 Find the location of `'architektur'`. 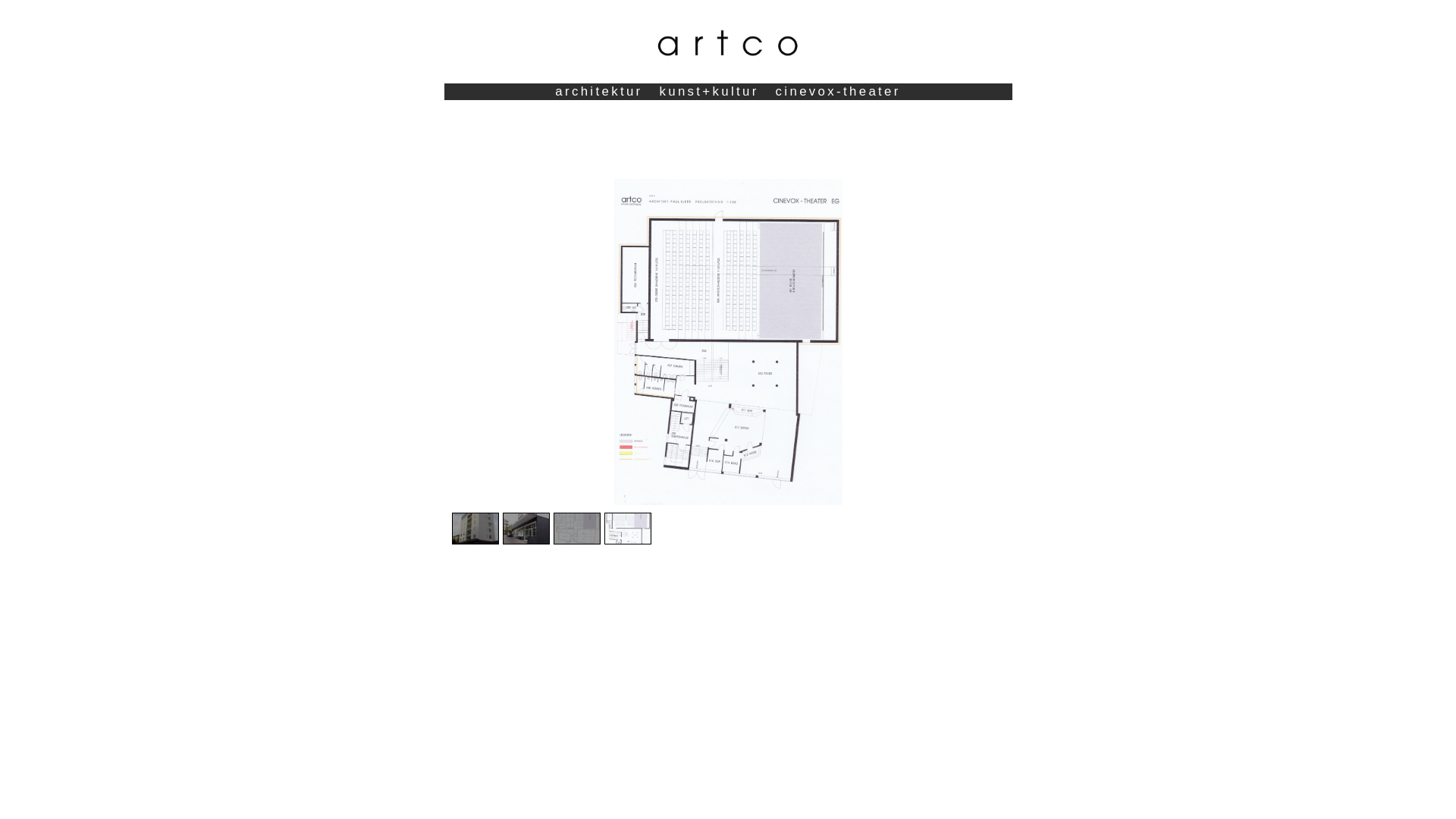

'architektur' is located at coordinates (598, 91).